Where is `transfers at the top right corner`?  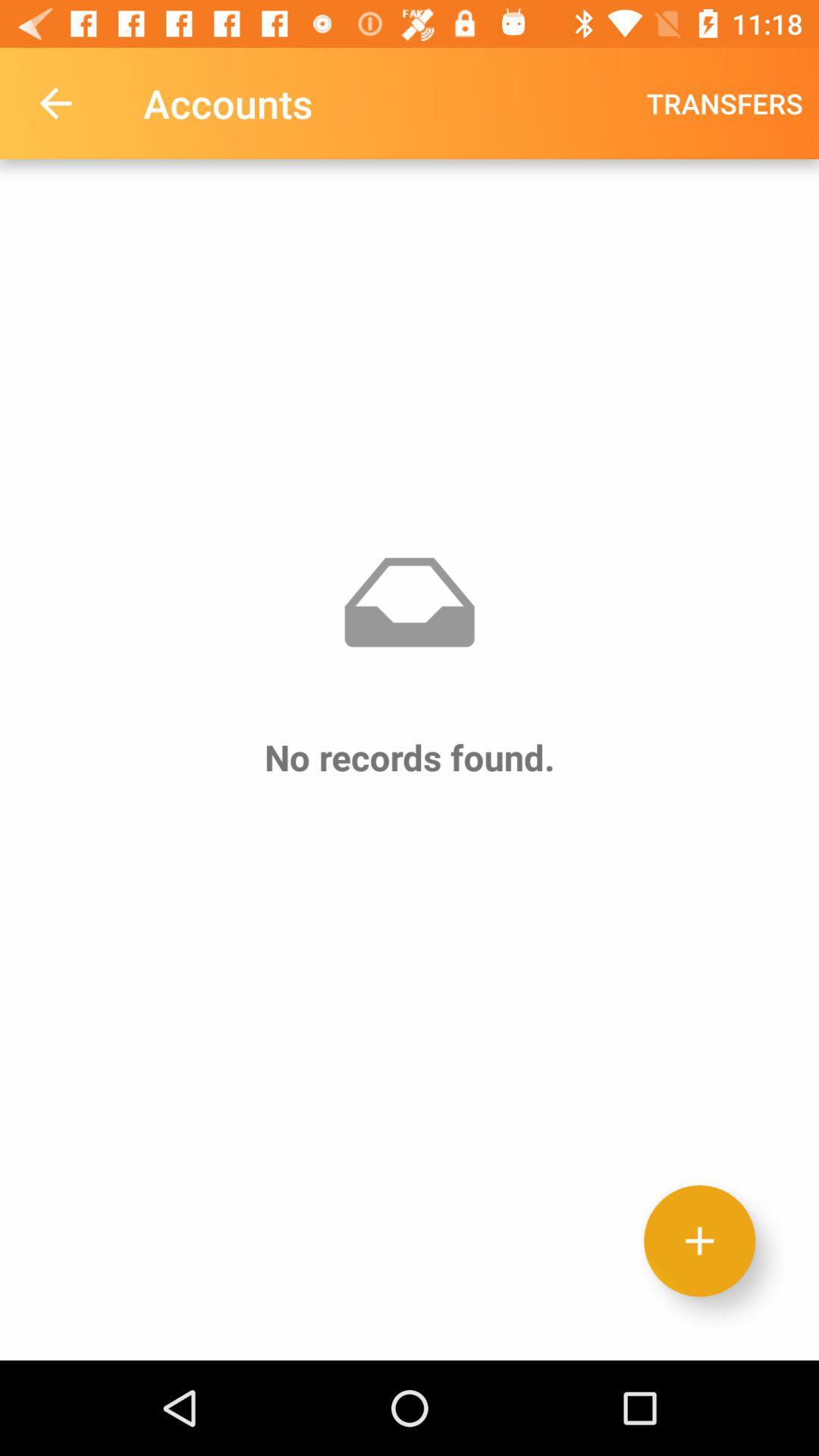
transfers at the top right corner is located at coordinates (723, 102).